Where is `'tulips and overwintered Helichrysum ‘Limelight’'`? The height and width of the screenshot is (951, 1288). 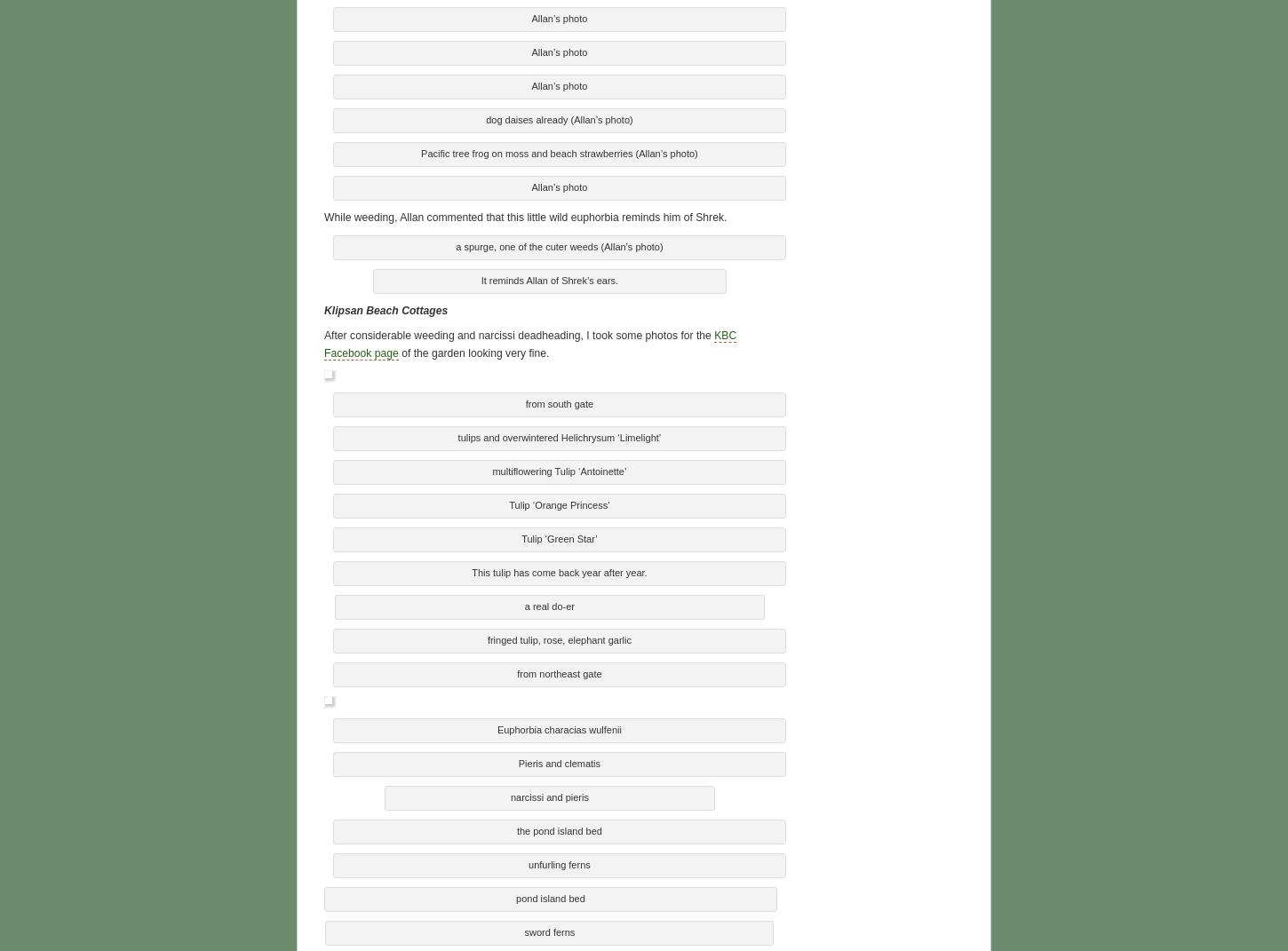
'tulips and overwintered Helichrysum ‘Limelight’' is located at coordinates (558, 433).